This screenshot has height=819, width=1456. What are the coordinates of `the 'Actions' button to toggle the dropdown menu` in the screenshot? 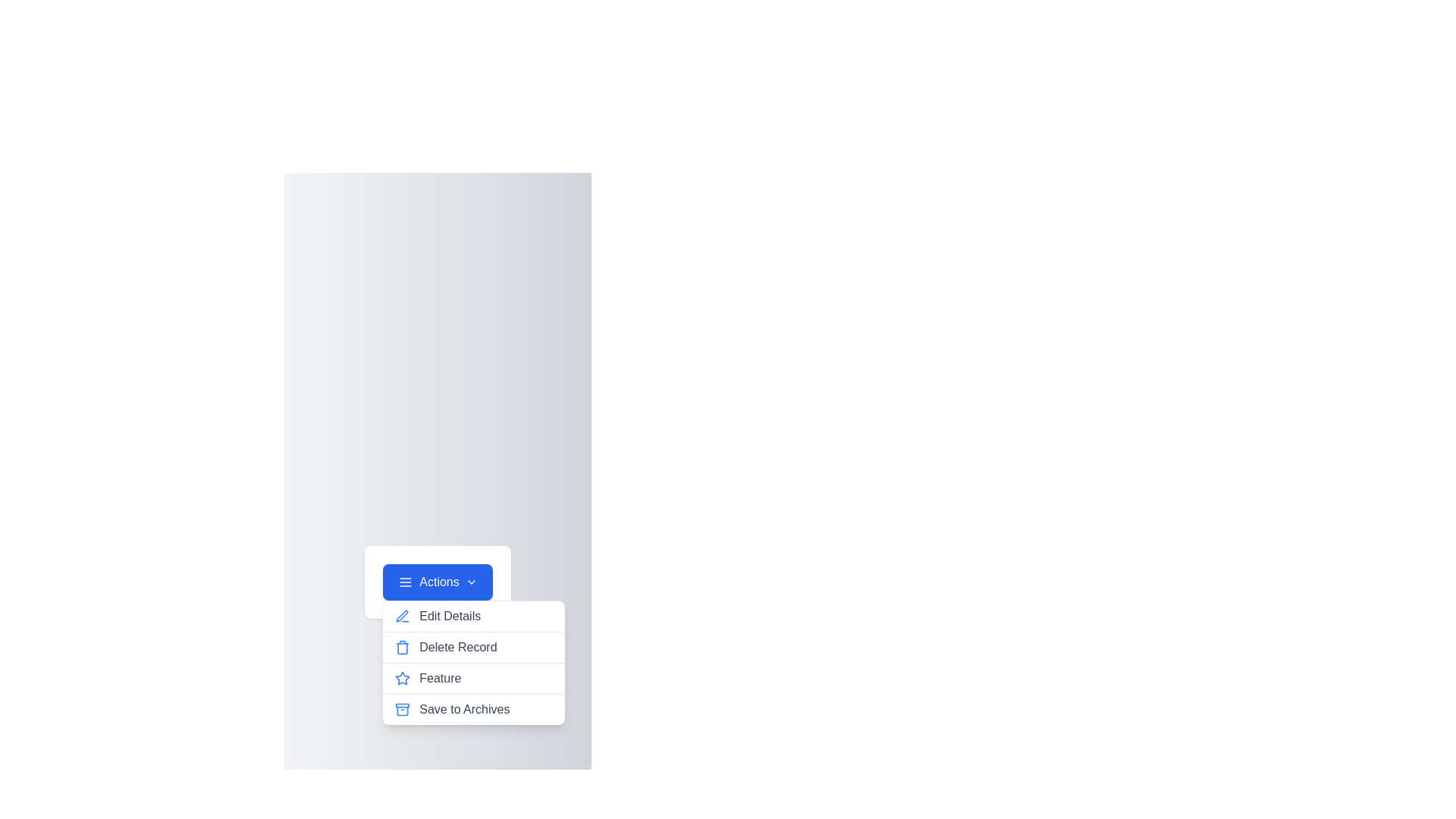 It's located at (437, 581).